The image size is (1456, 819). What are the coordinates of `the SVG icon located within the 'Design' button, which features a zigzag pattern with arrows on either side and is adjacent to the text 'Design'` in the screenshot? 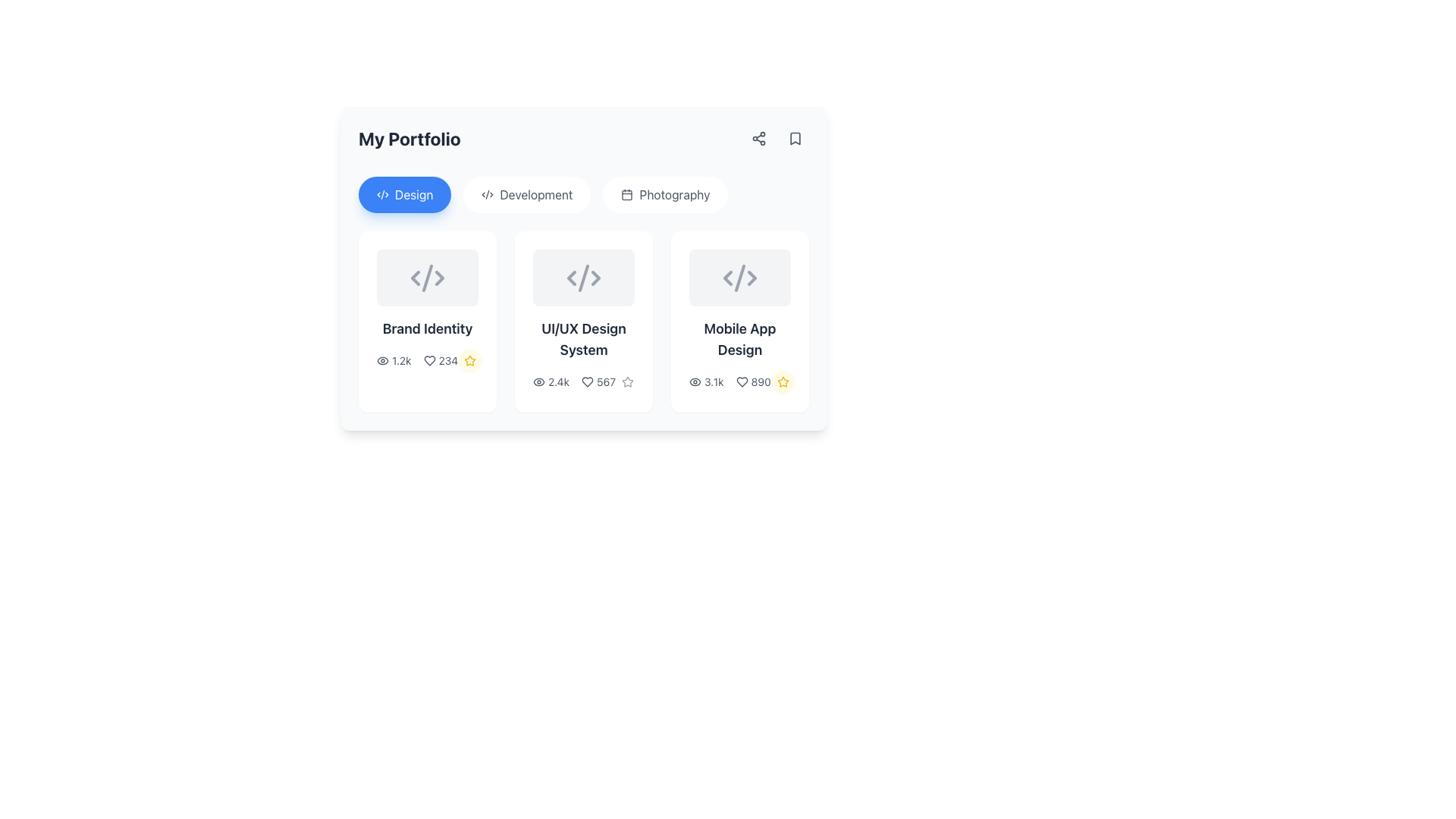 It's located at (382, 194).